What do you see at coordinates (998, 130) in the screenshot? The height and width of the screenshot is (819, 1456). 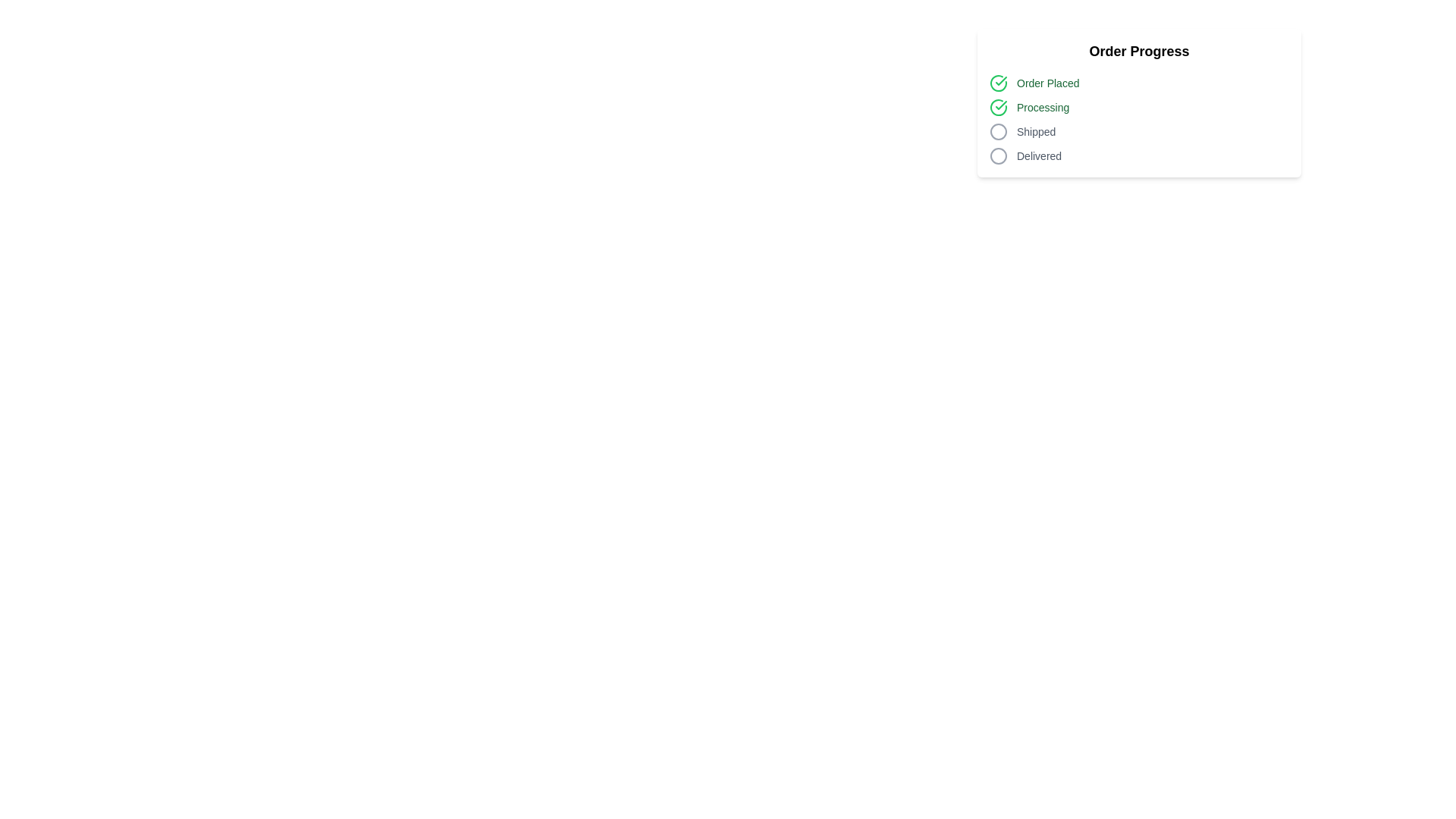 I see `the 'Shipped' status icon located in the 'Order Progress' section, which is the third status icon in the vertical list of order statuses` at bounding box center [998, 130].